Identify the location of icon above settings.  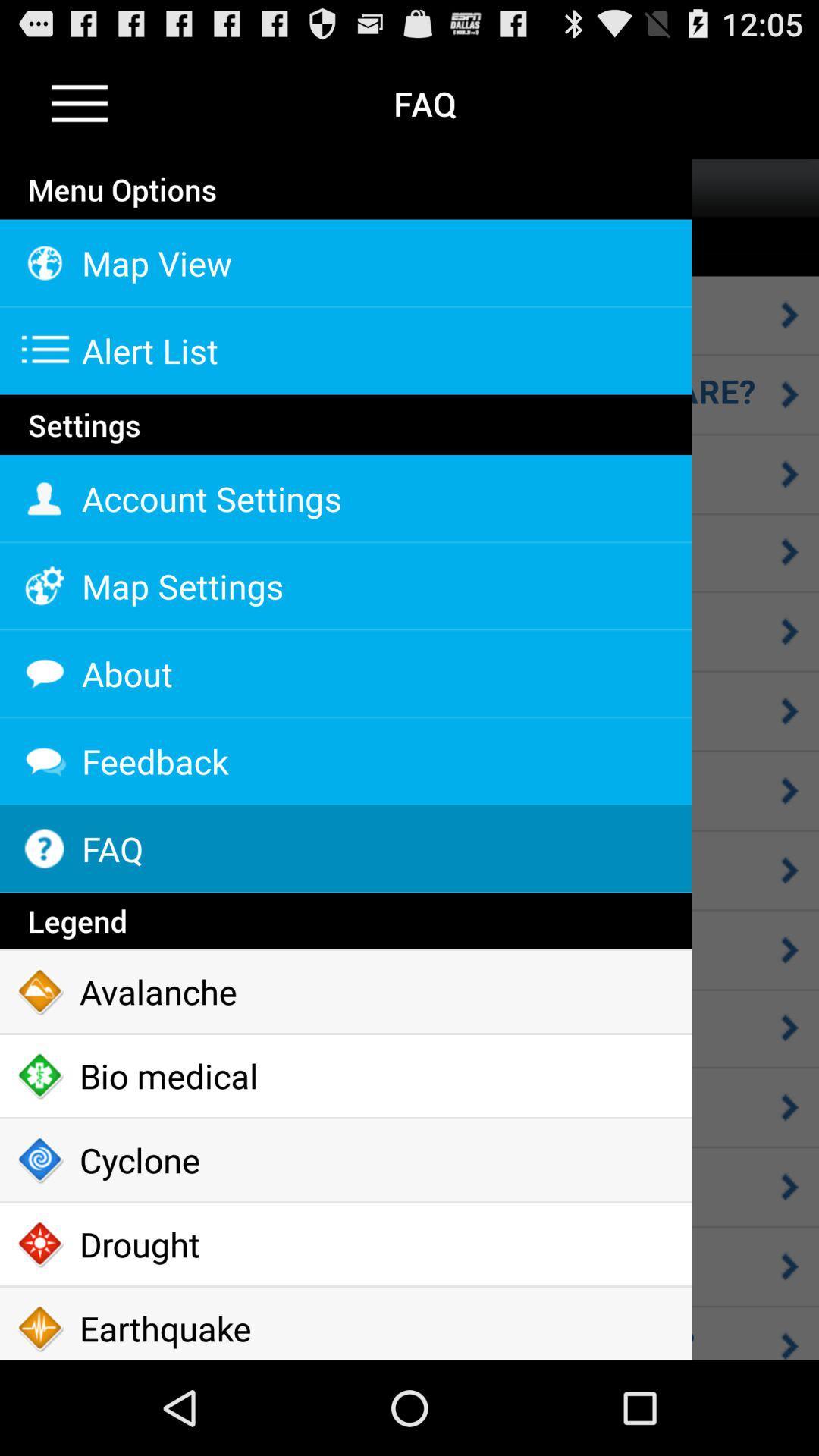
(345, 396).